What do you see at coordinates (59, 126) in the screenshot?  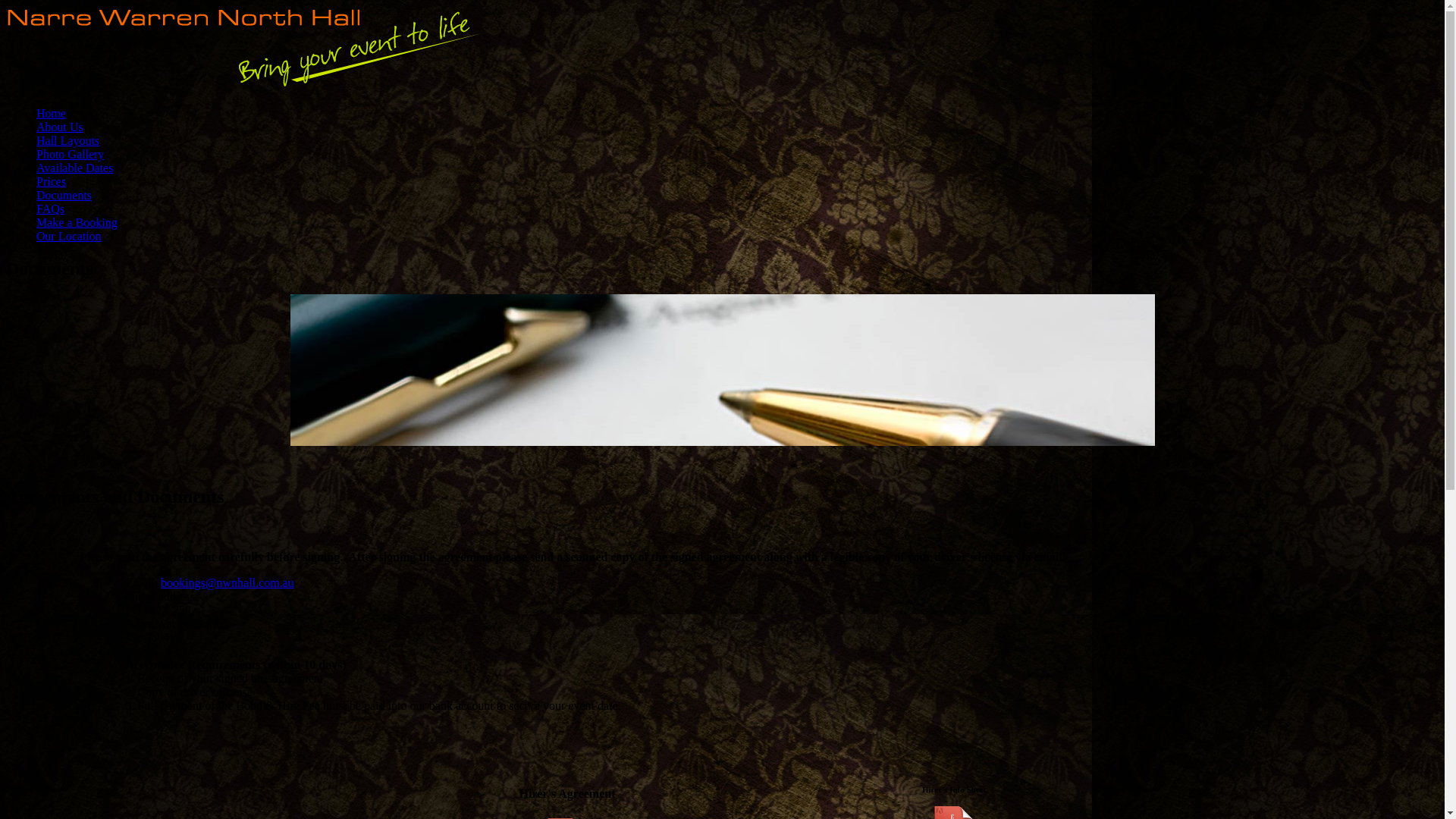 I see `'About Us'` at bounding box center [59, 126].